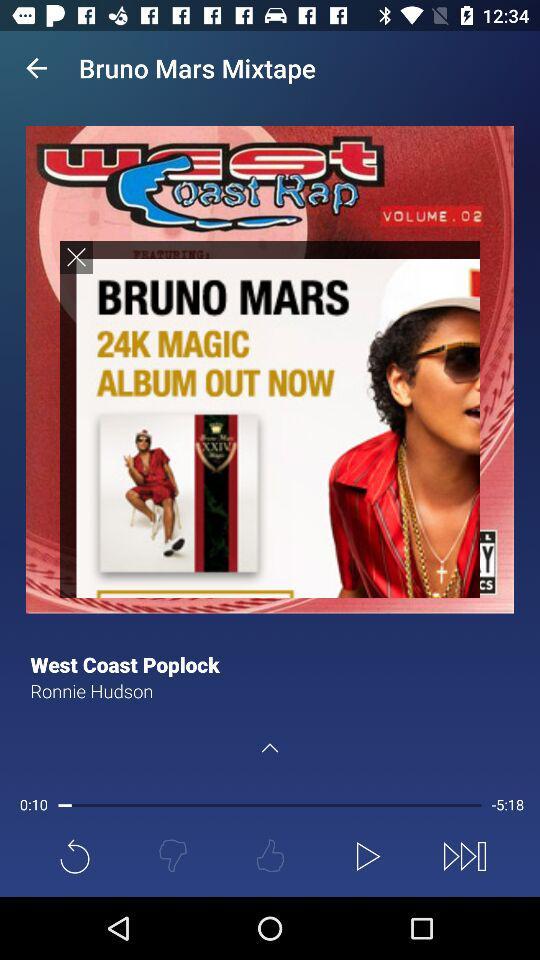  I want to click on the fast forward icon, so click(464, 855).